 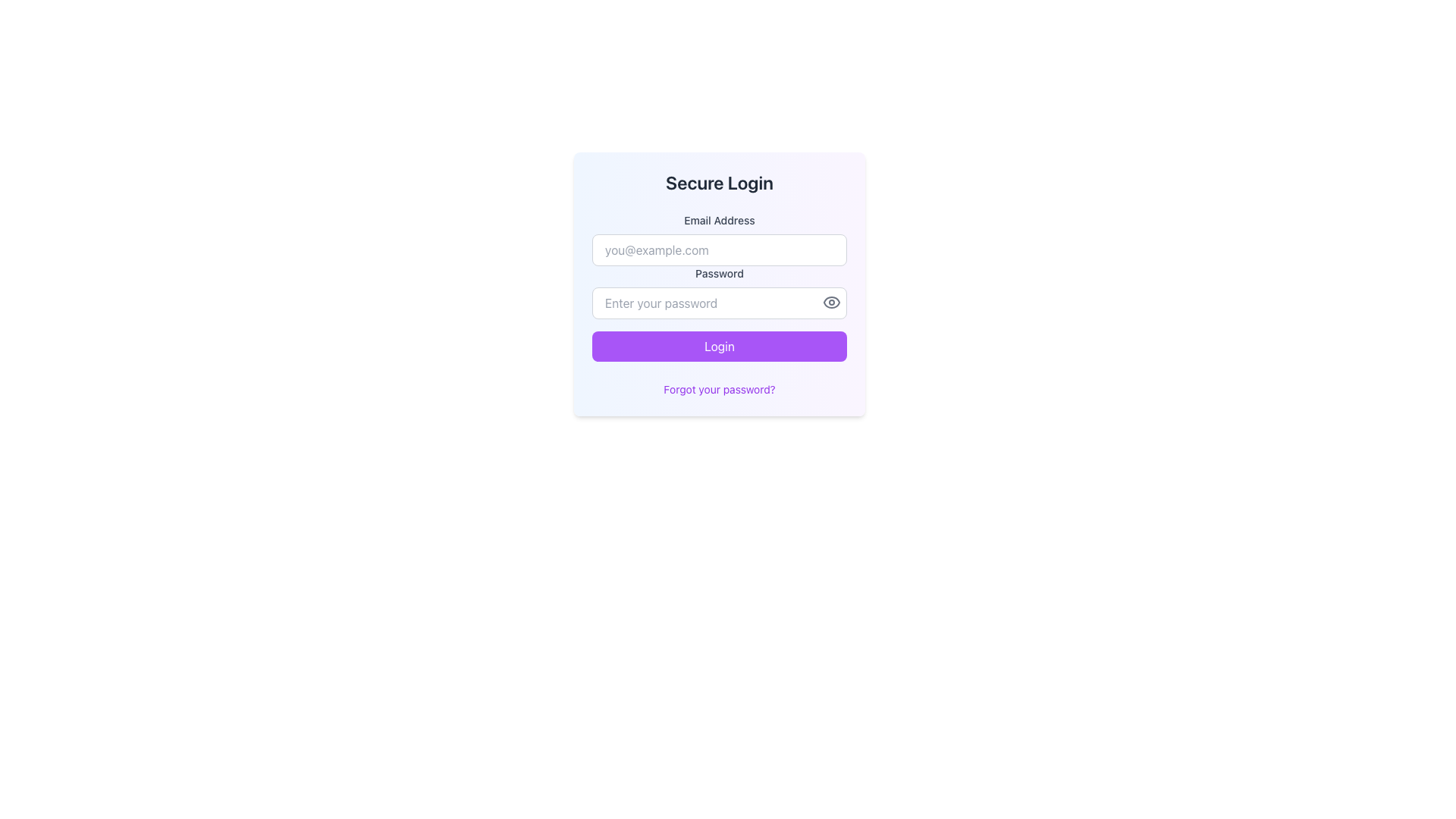 I want to click on the 'Login' button, which is a rectangular button with a purple background and rounded corners, located below the 'Password' input field, so click(x=719, y=346).